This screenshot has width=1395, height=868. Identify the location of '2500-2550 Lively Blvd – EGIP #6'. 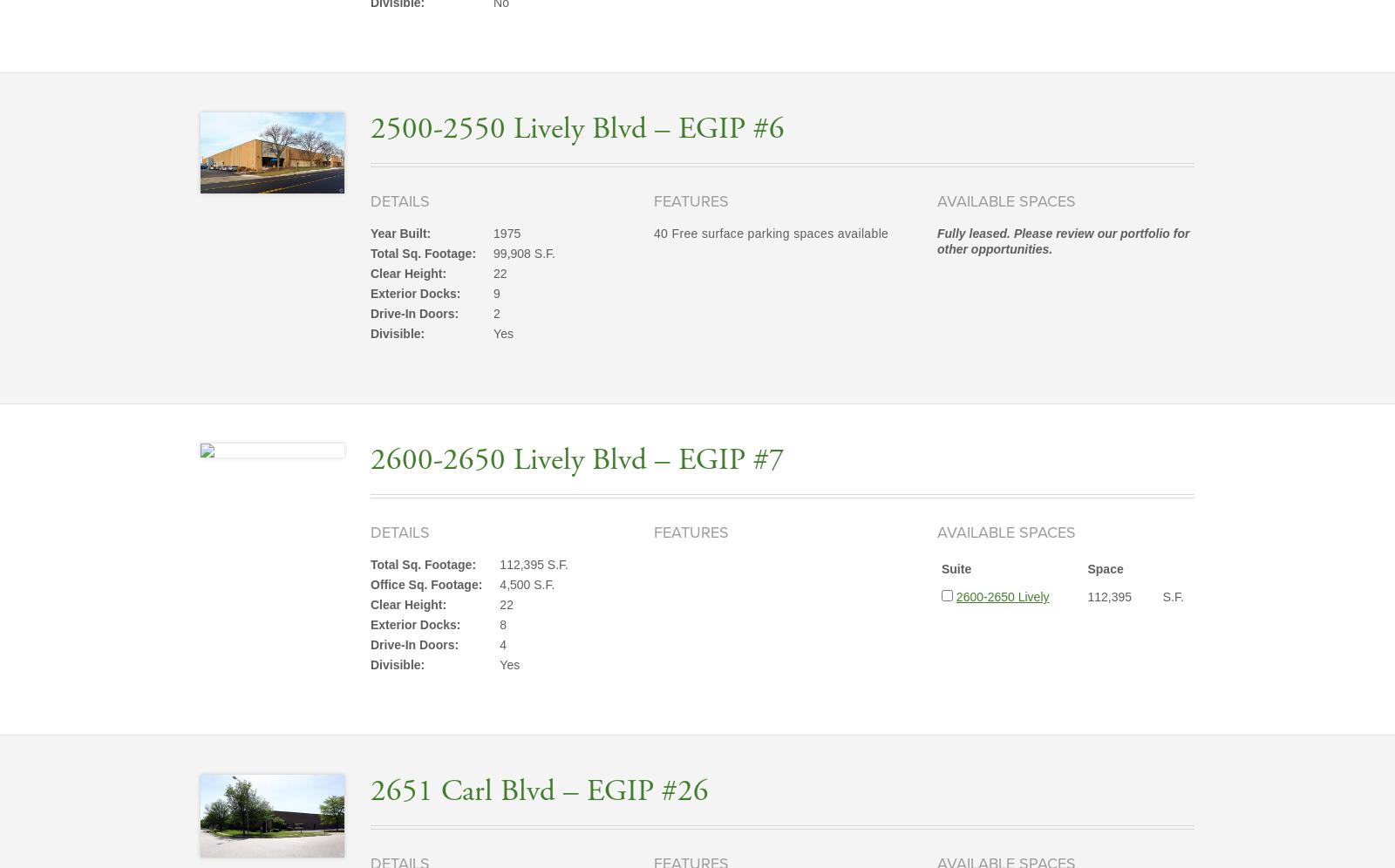
(577, 128).